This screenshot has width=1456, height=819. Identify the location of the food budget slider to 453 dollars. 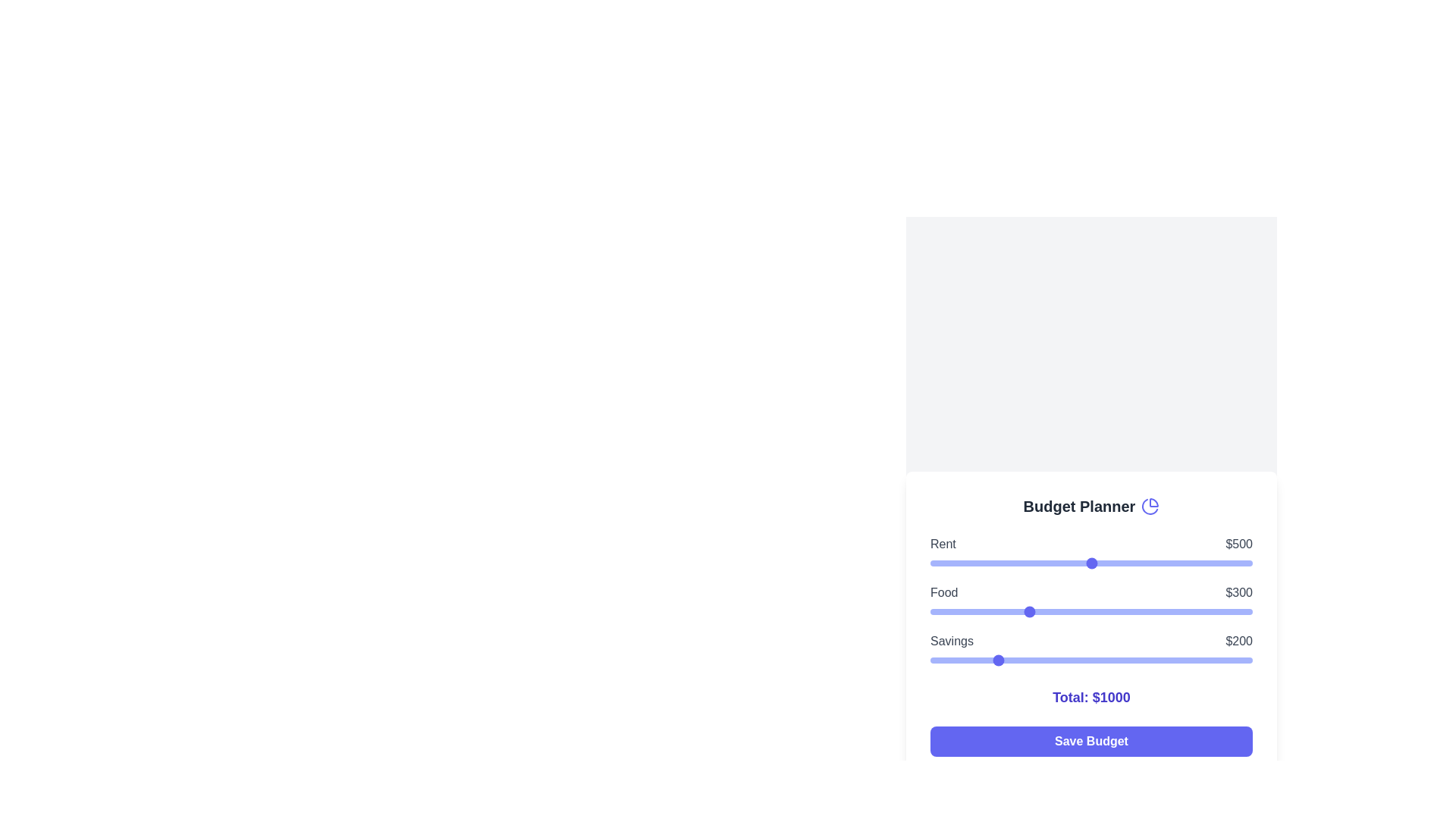
(1075, 610).